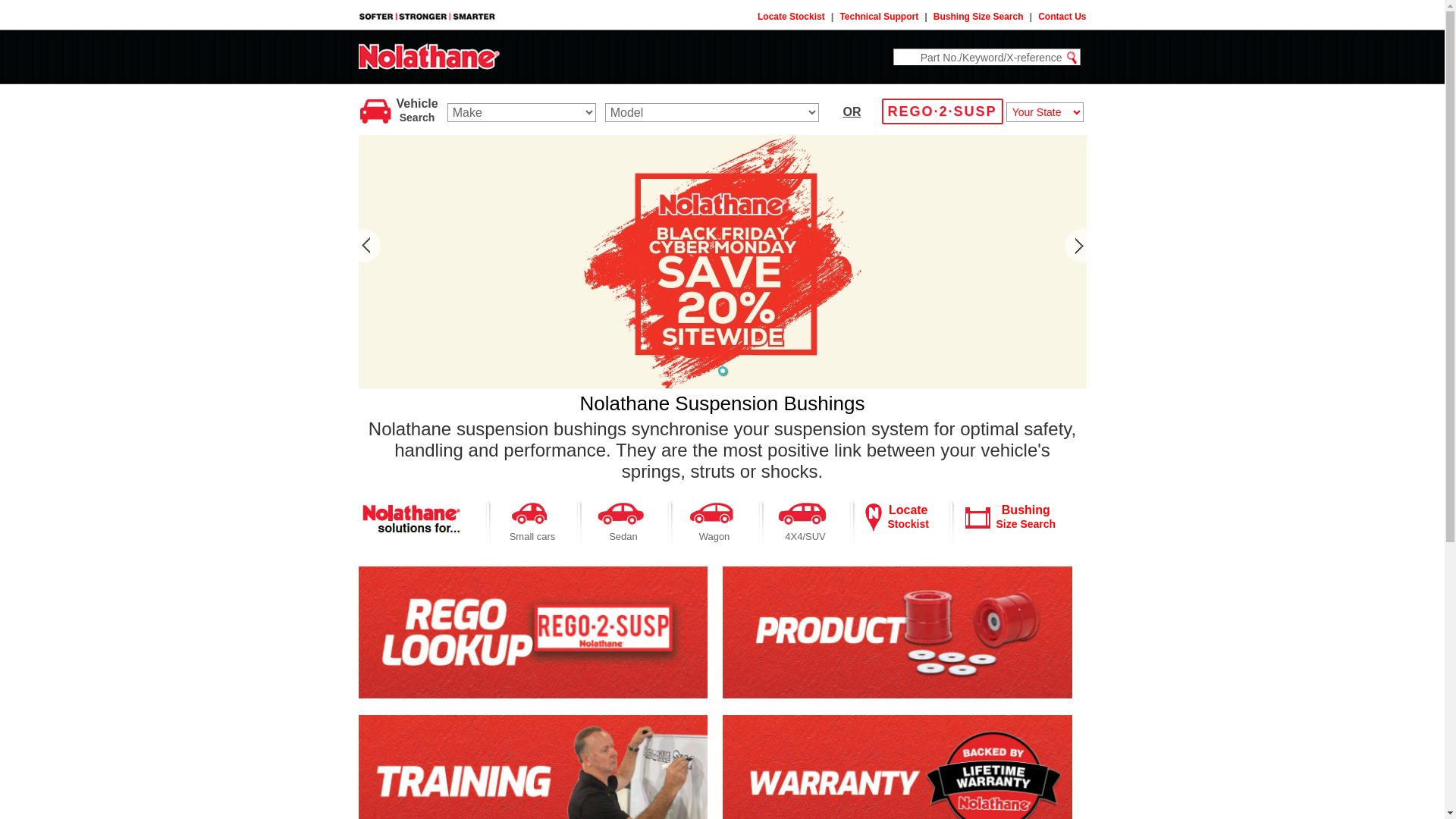  What do you see at coordinates (623, 535) in the screenshot?
I see `'Sedan'` at bounding box center [623, 535].